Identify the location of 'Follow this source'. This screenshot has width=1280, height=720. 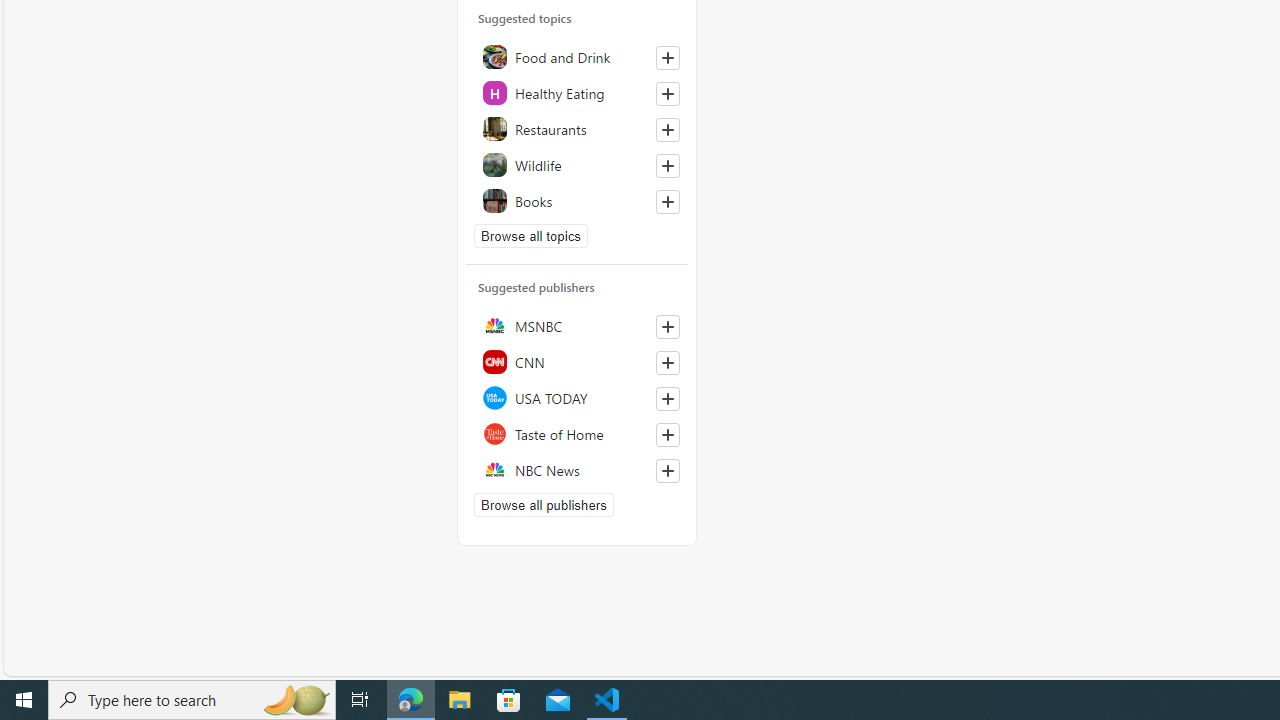
(667, 471).